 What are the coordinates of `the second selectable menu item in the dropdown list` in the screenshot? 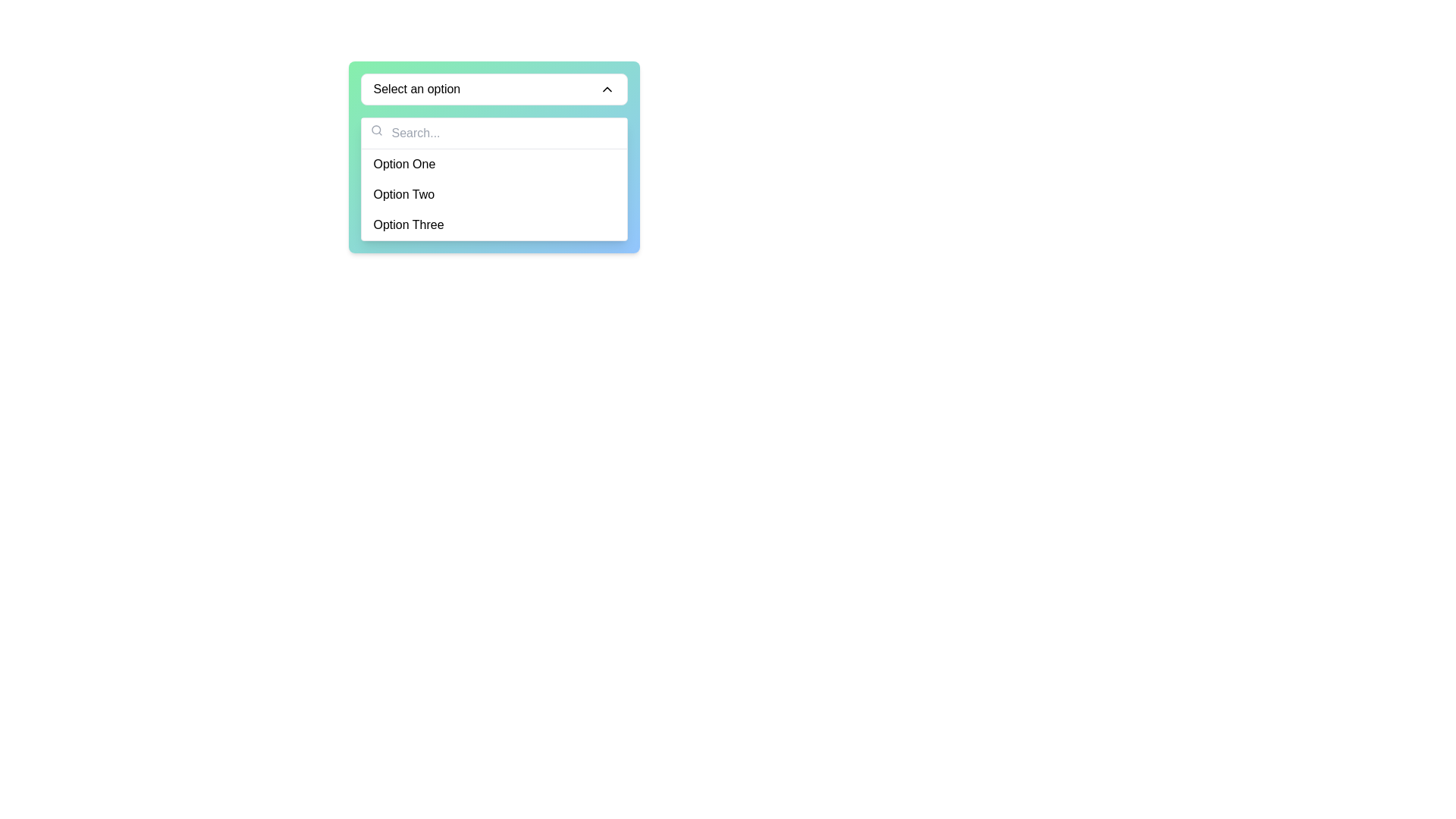 It's located at (494, 194).